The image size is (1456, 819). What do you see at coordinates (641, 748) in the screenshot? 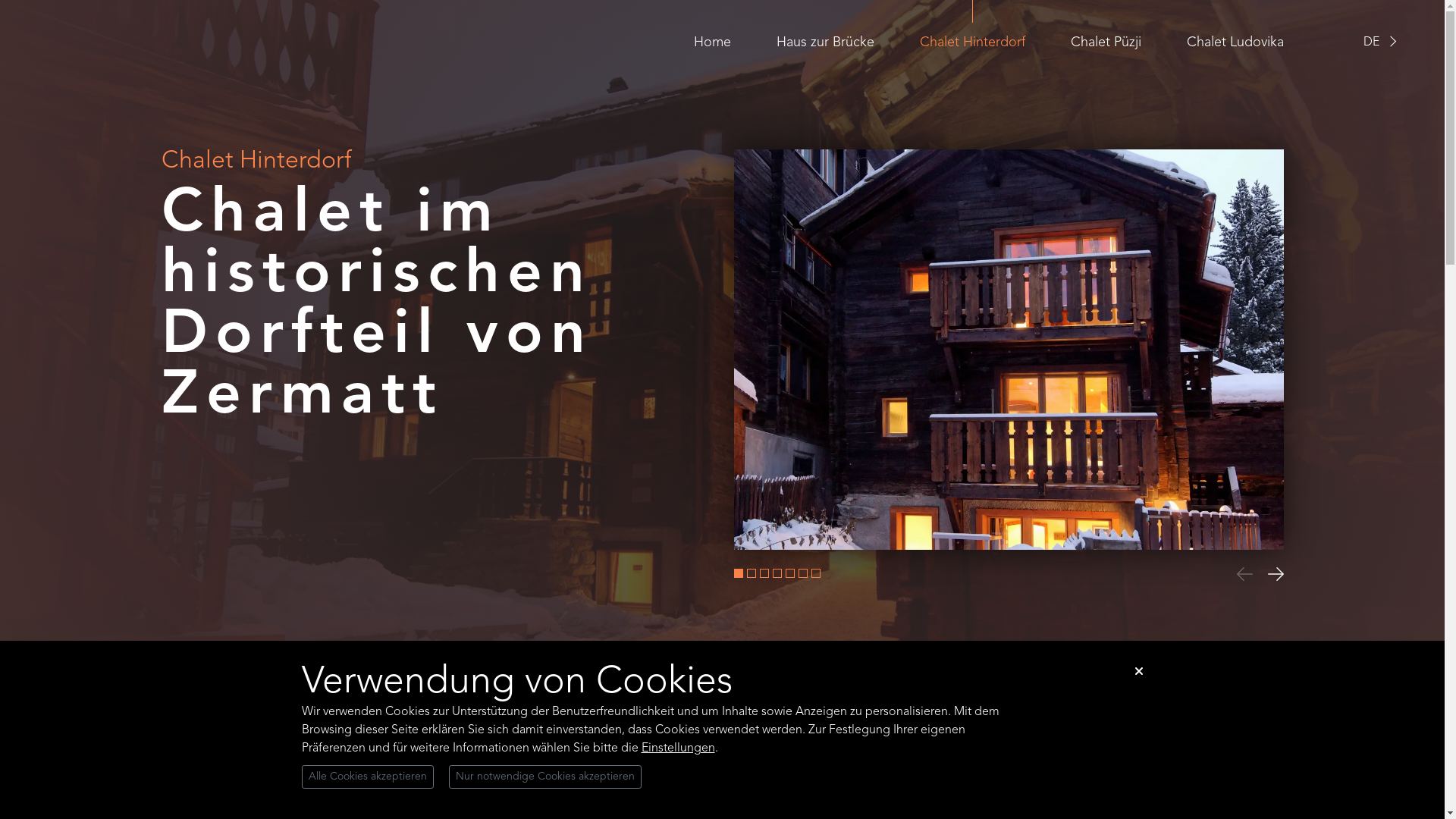
I see `'Einstellungen'` at bounding box center [641, 748].